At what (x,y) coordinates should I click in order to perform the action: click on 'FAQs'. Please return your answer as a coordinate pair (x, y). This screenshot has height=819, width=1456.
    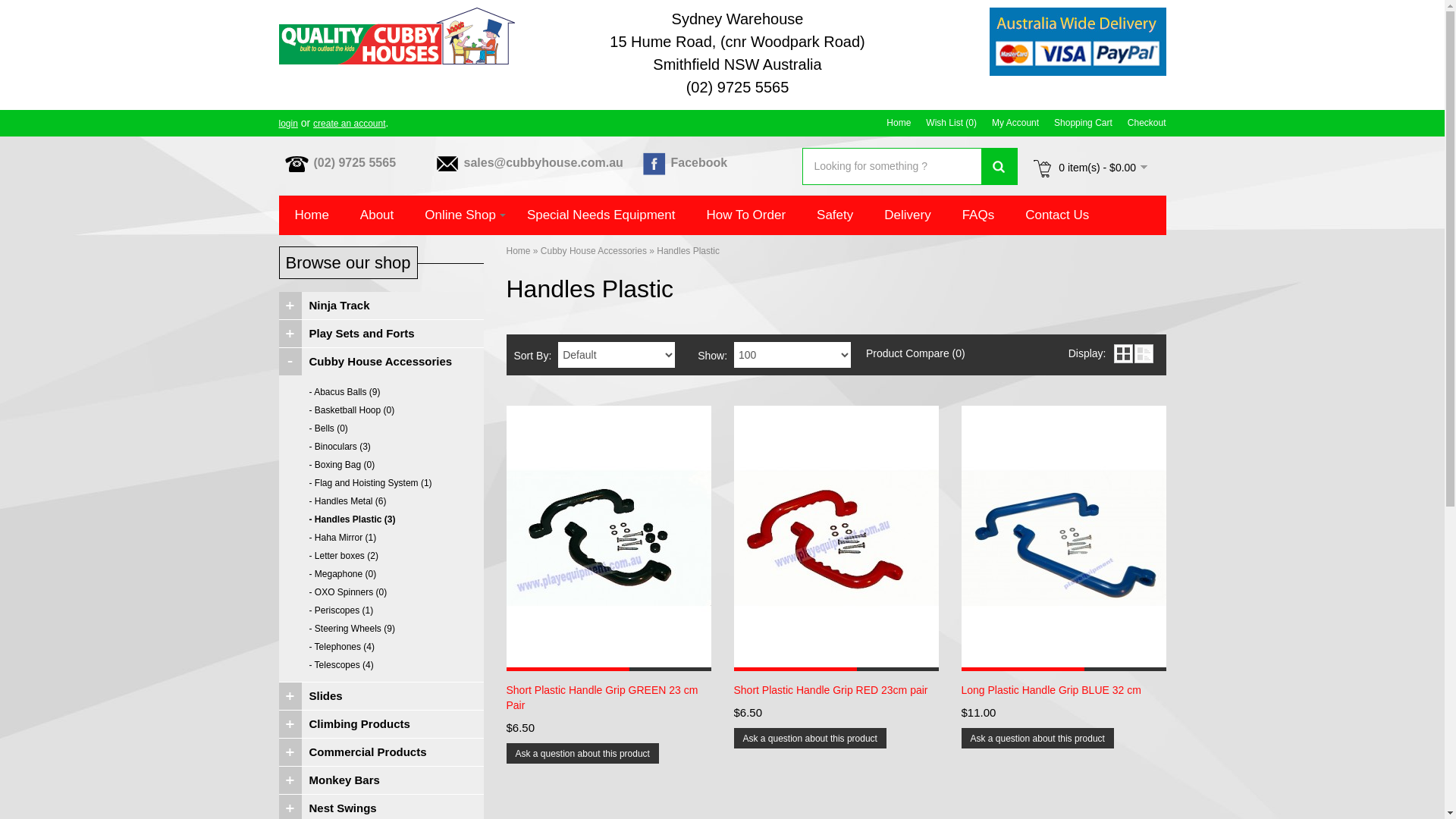
    Looking at the image, I should click on (979, 215).